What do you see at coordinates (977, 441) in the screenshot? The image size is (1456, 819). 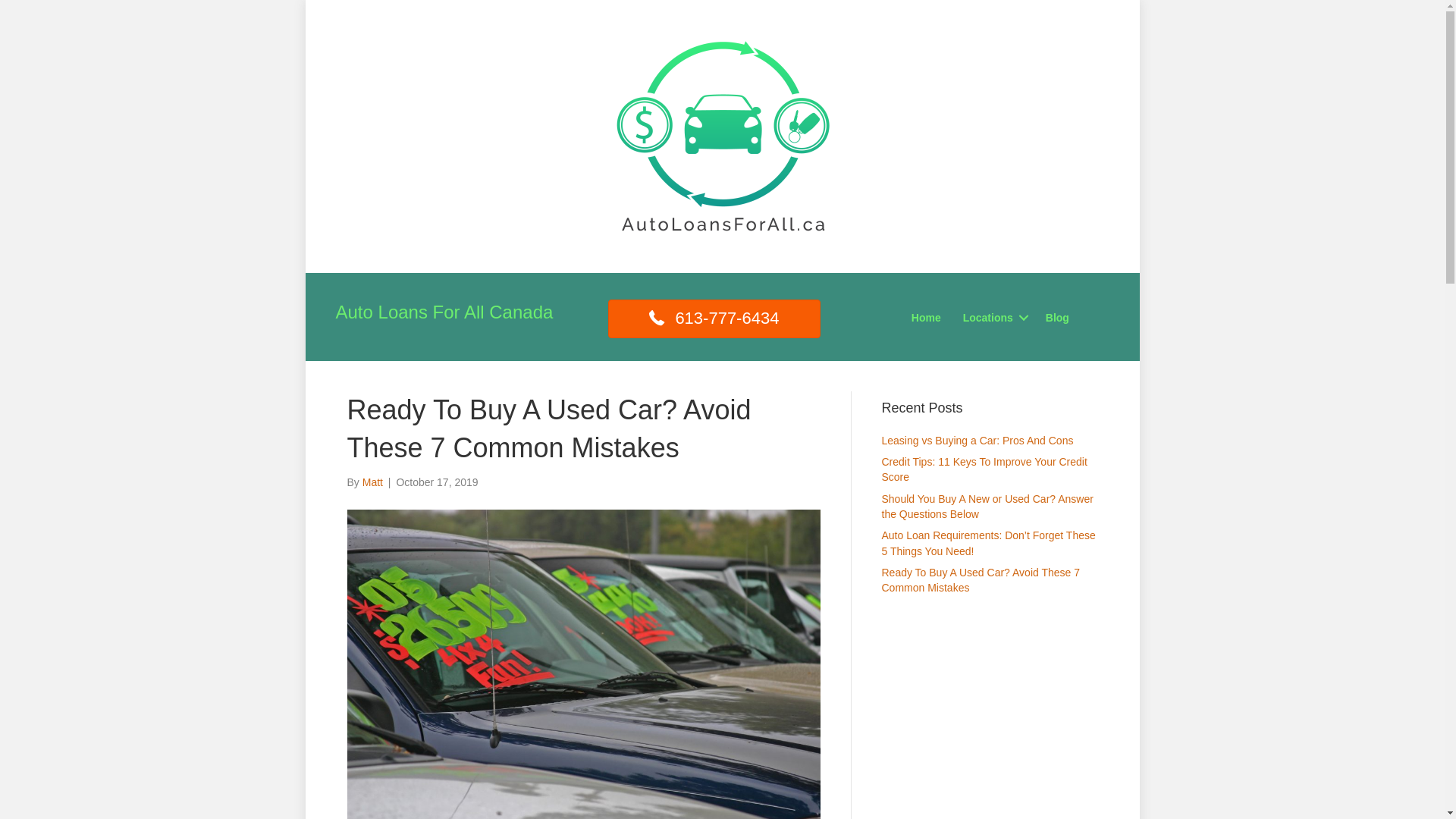 I see `'Leasing vs Buying a Car: Pros And Cons'` at bounding box center [977, 441].